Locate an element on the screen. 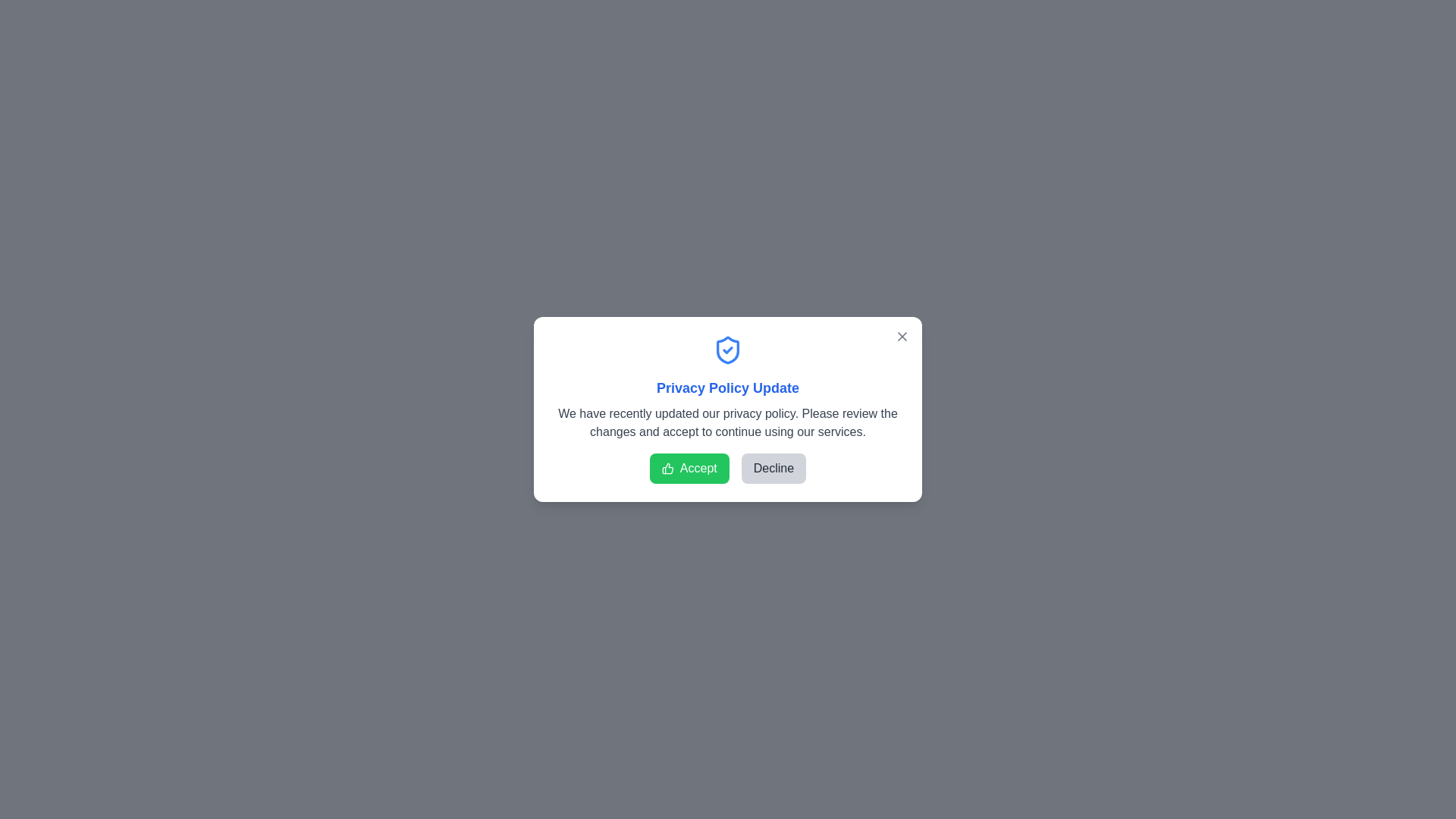 The image size is (1456, 819). the close button (X) to close the dialog is located at coordinates (902, 335).